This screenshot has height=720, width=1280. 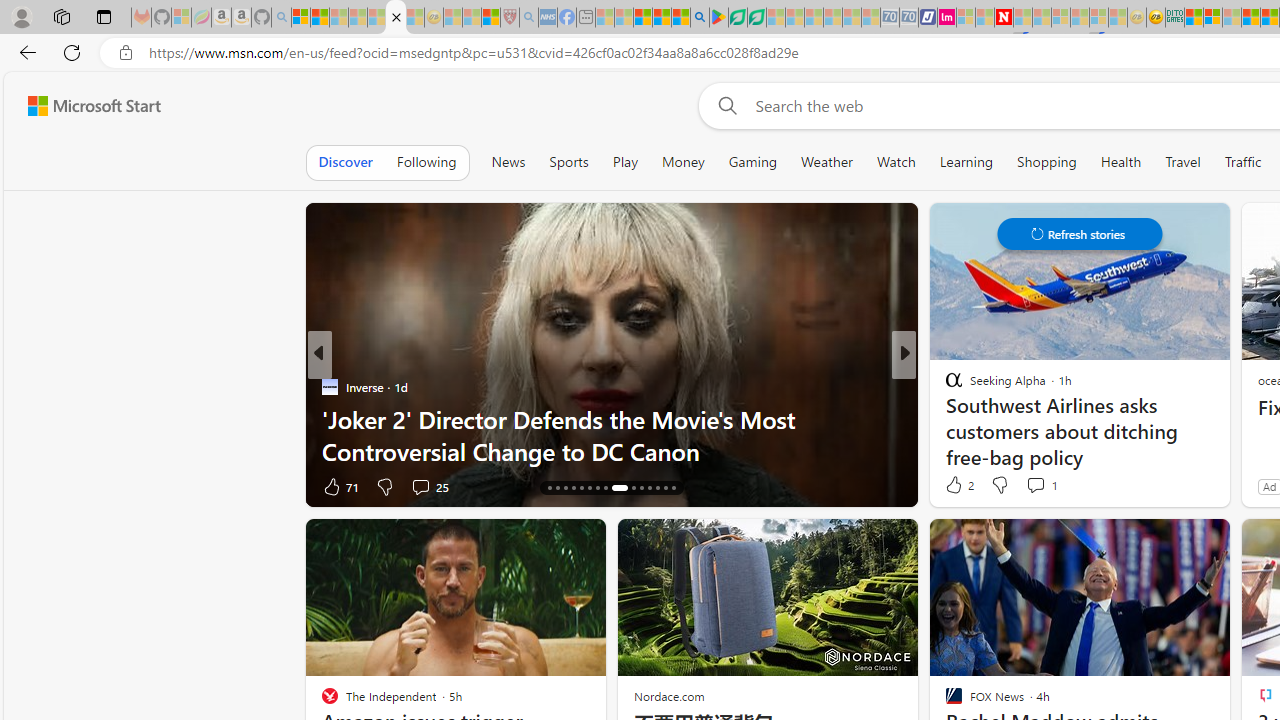 What do you see at coordinates (751, 161) in the screenshot?
I see `'Gaming'` at bounding box center [751, 161].